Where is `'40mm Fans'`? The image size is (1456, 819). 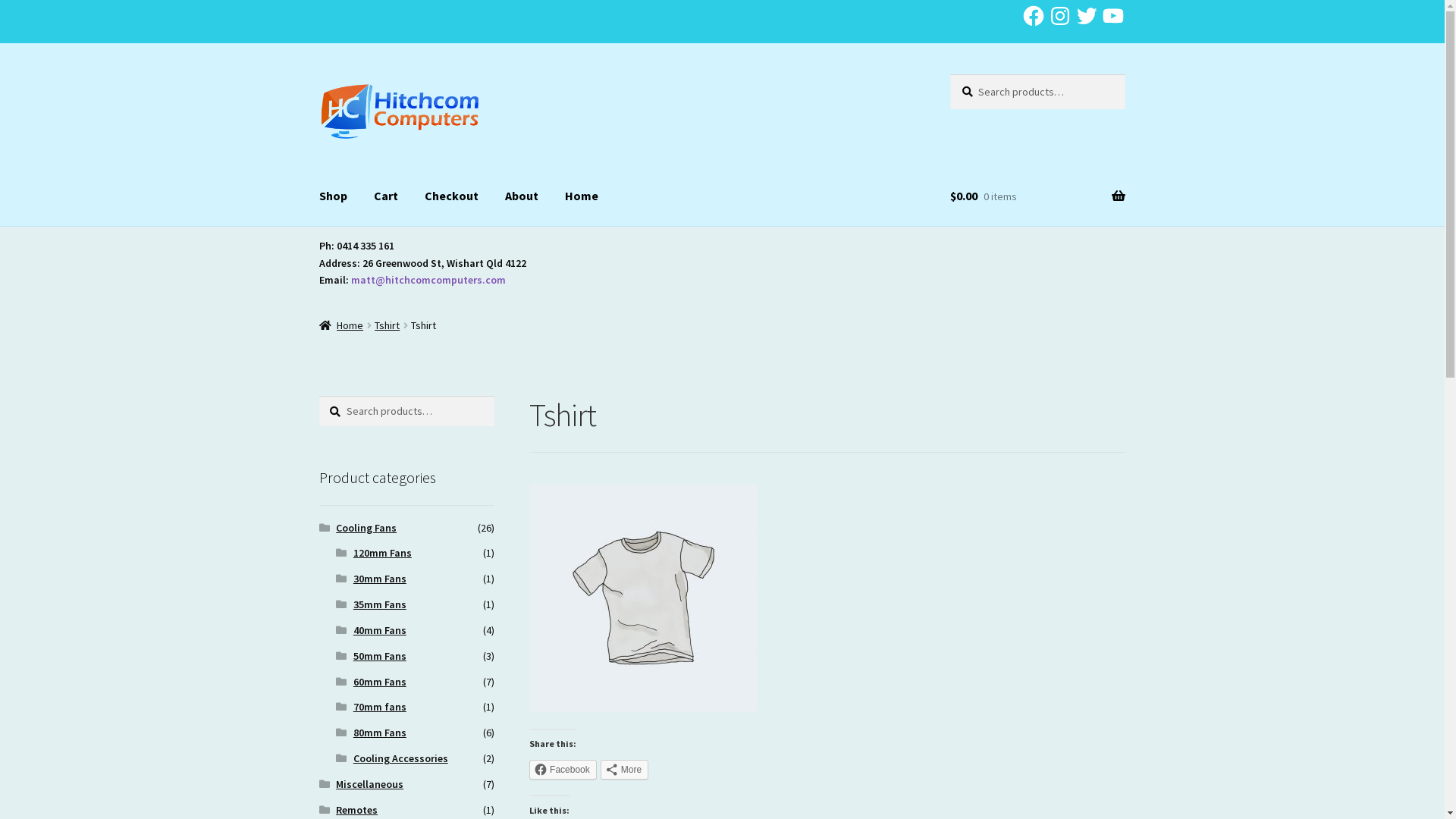 '40mm Fans' is located at coordinates (379, 629).